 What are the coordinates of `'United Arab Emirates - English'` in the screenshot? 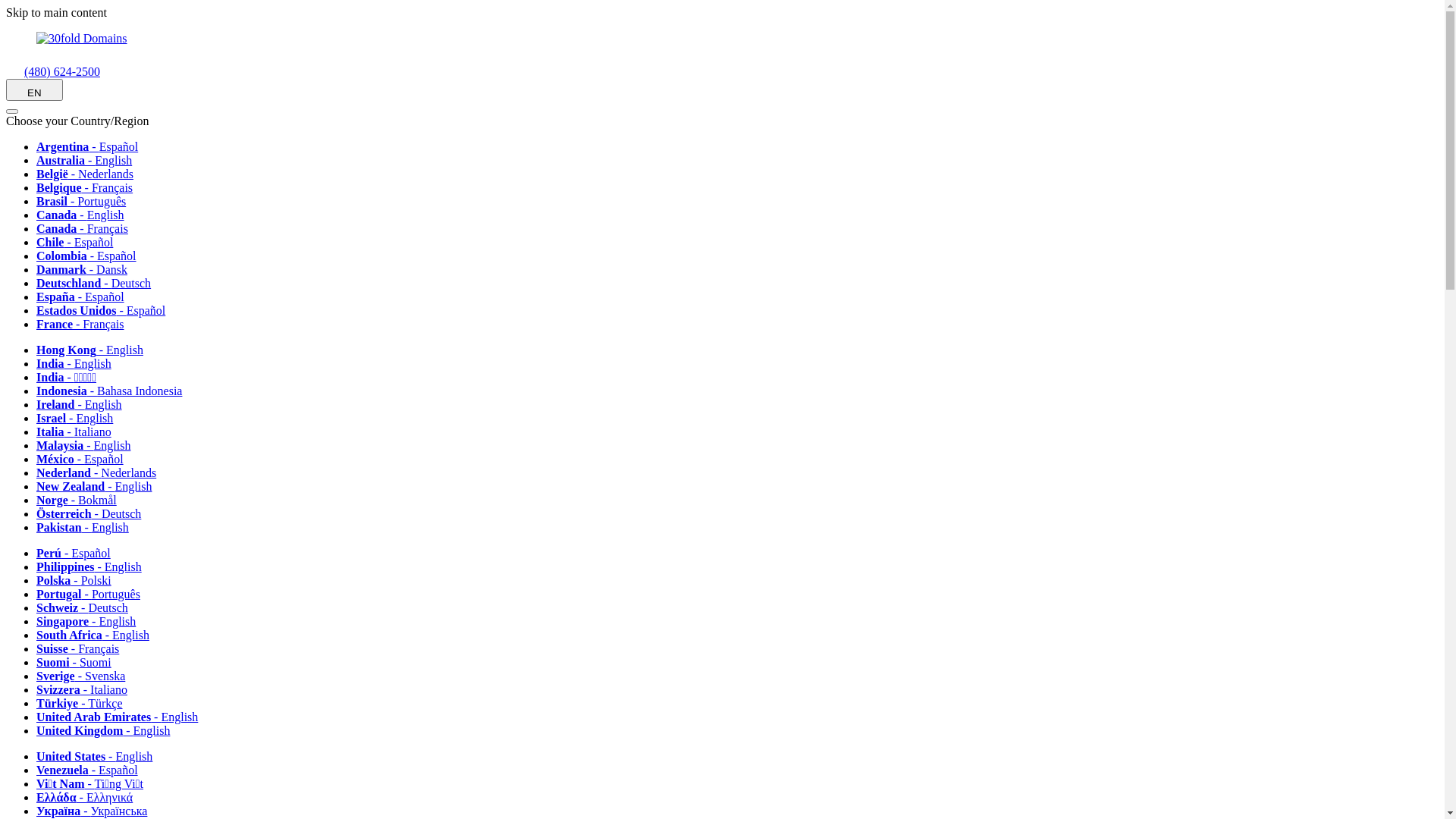 It's located at (122, 717).